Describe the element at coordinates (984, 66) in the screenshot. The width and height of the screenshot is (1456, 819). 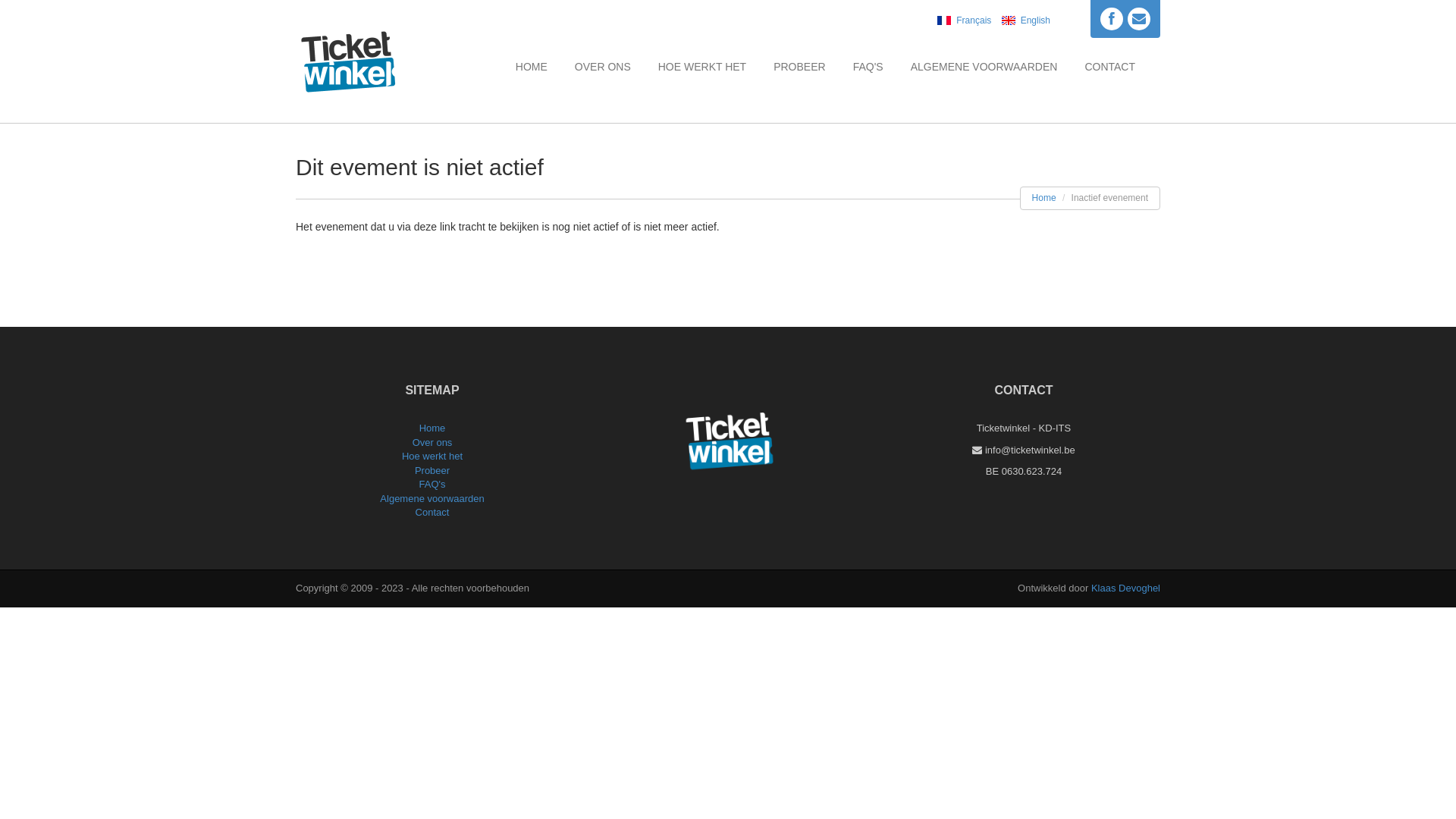
I see `'ALGEMENE VOORWAARDEN'` at that location.